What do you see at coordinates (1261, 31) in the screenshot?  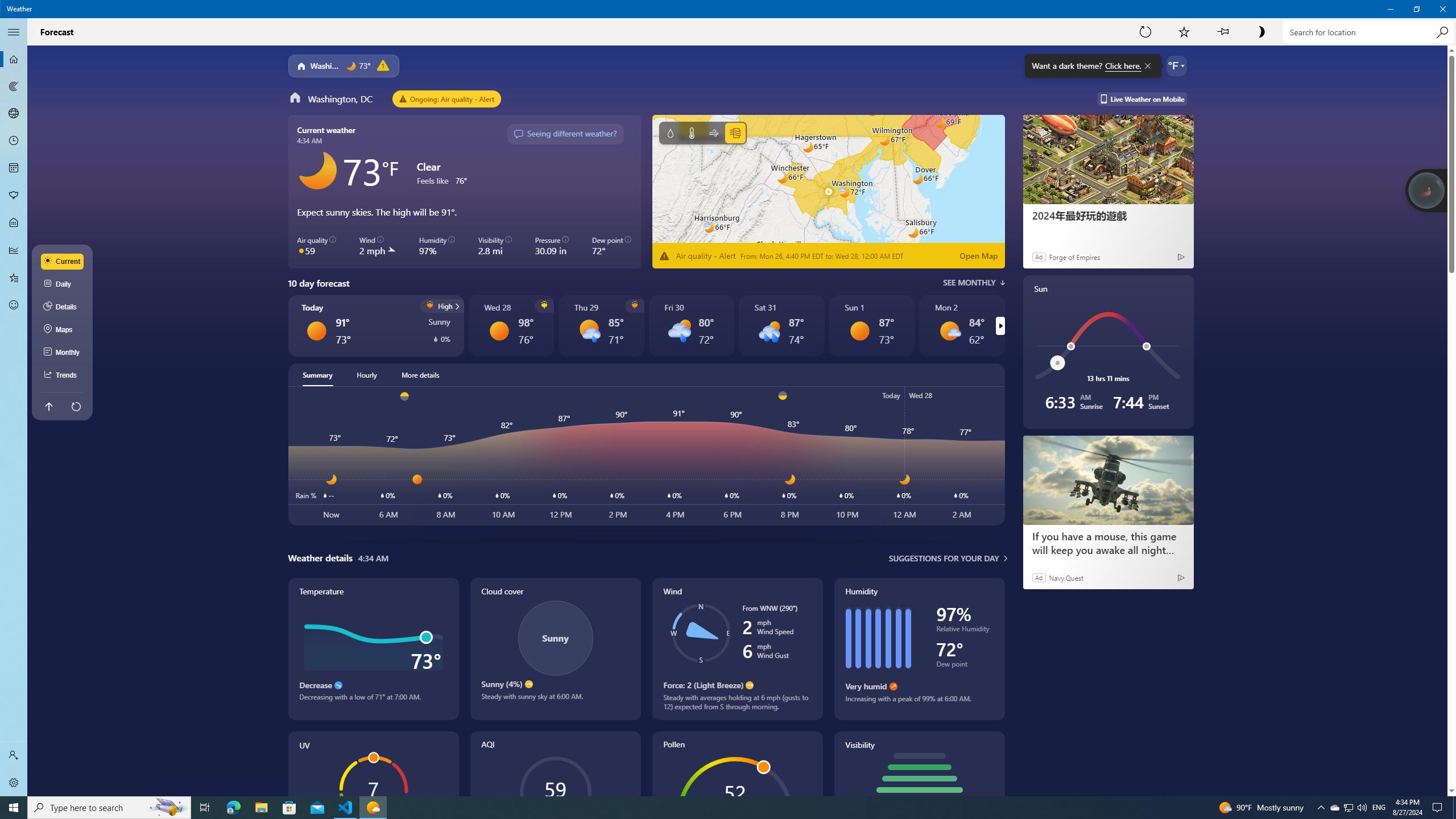 I see `'Turn on dark theme'` at bounding box center [1261, 31].